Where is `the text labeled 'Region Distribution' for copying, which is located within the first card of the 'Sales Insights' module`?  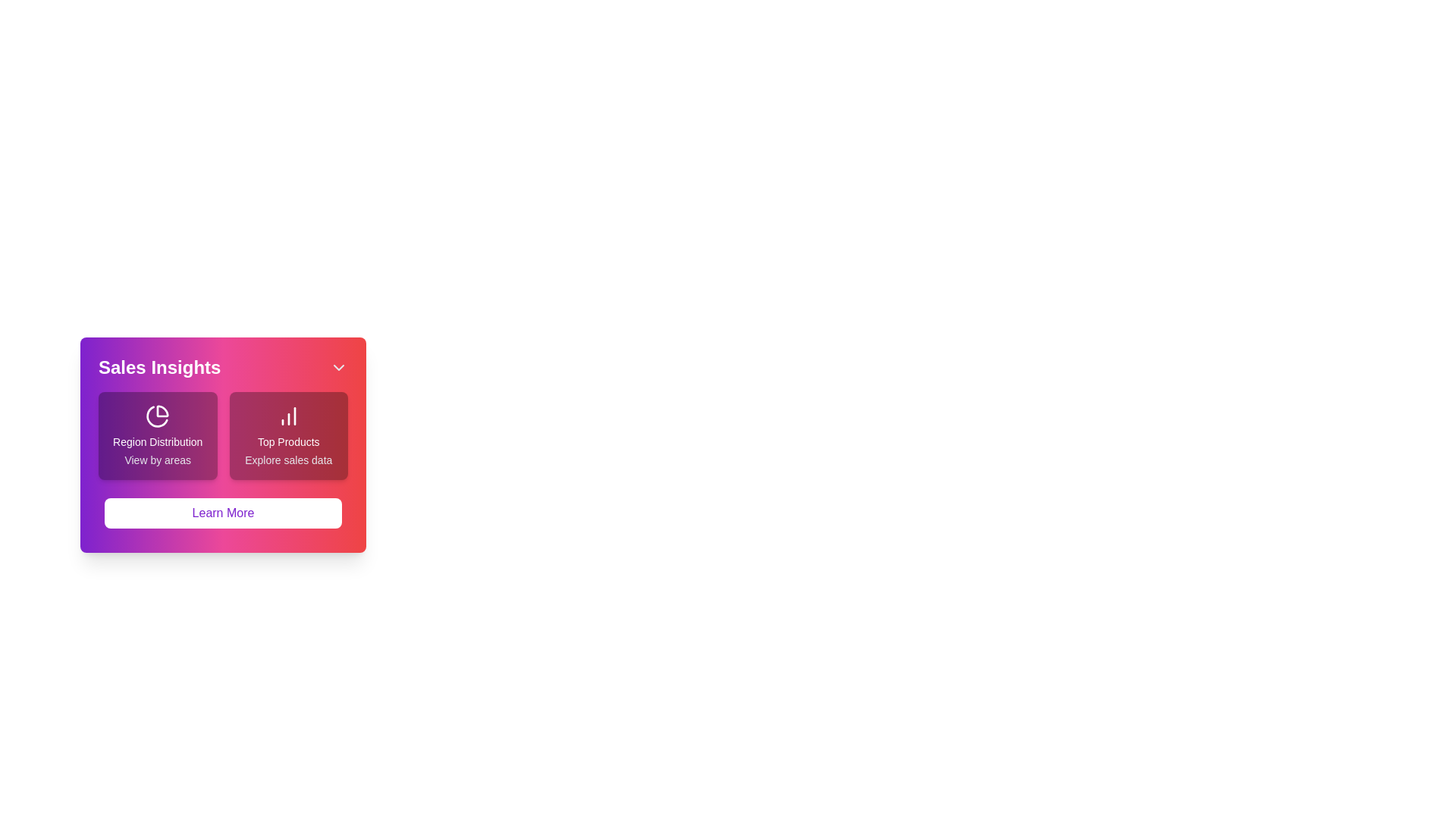
the text labeled 'Region Distribution' for copying, which is located within the first card of the 'Sales Insights' module is located at coordinates (158, 441).